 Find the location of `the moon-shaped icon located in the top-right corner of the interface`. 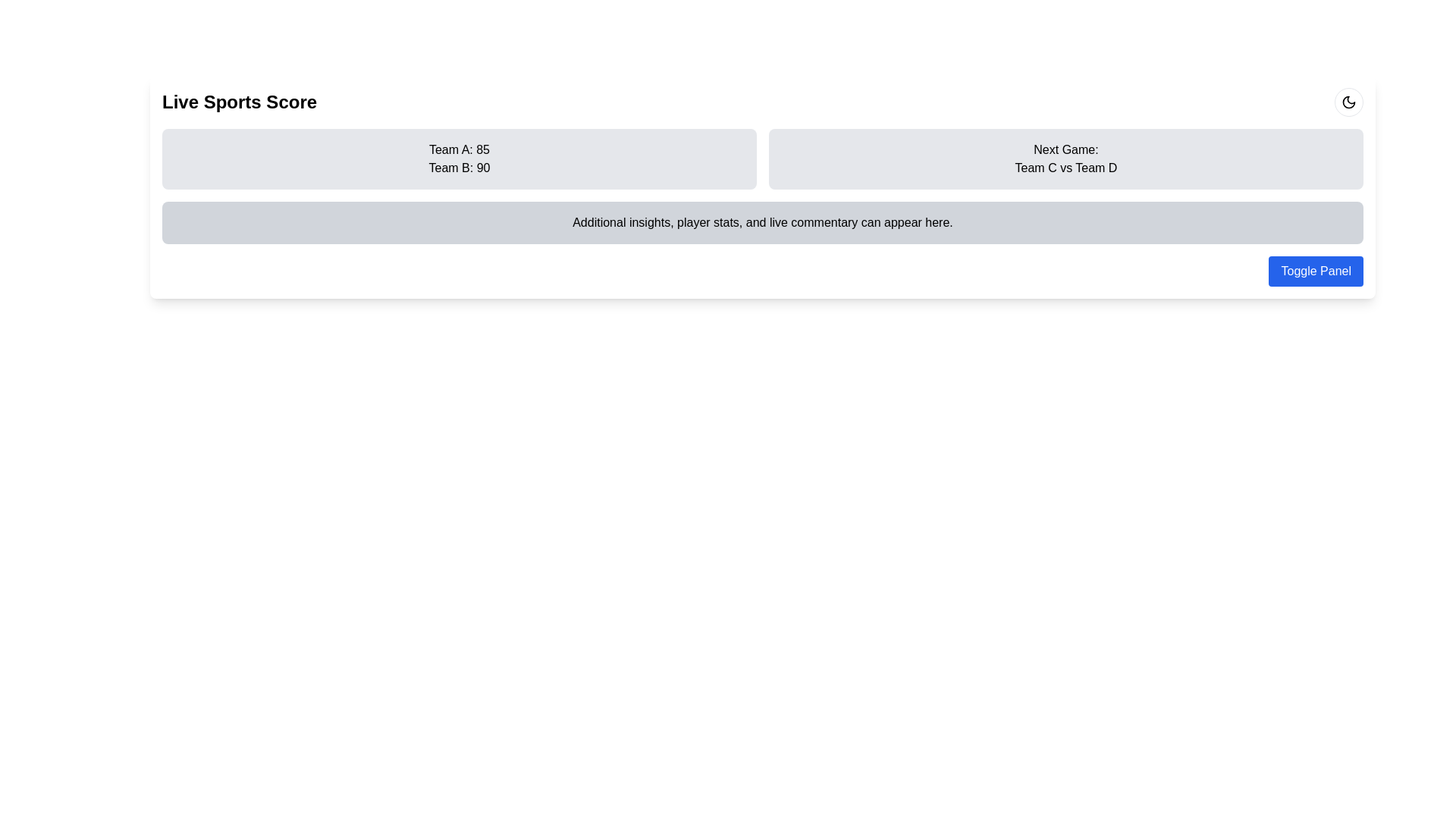

the moon-shaped icon located in the top-right corner of the interface is located at coordinates (1349, 102).